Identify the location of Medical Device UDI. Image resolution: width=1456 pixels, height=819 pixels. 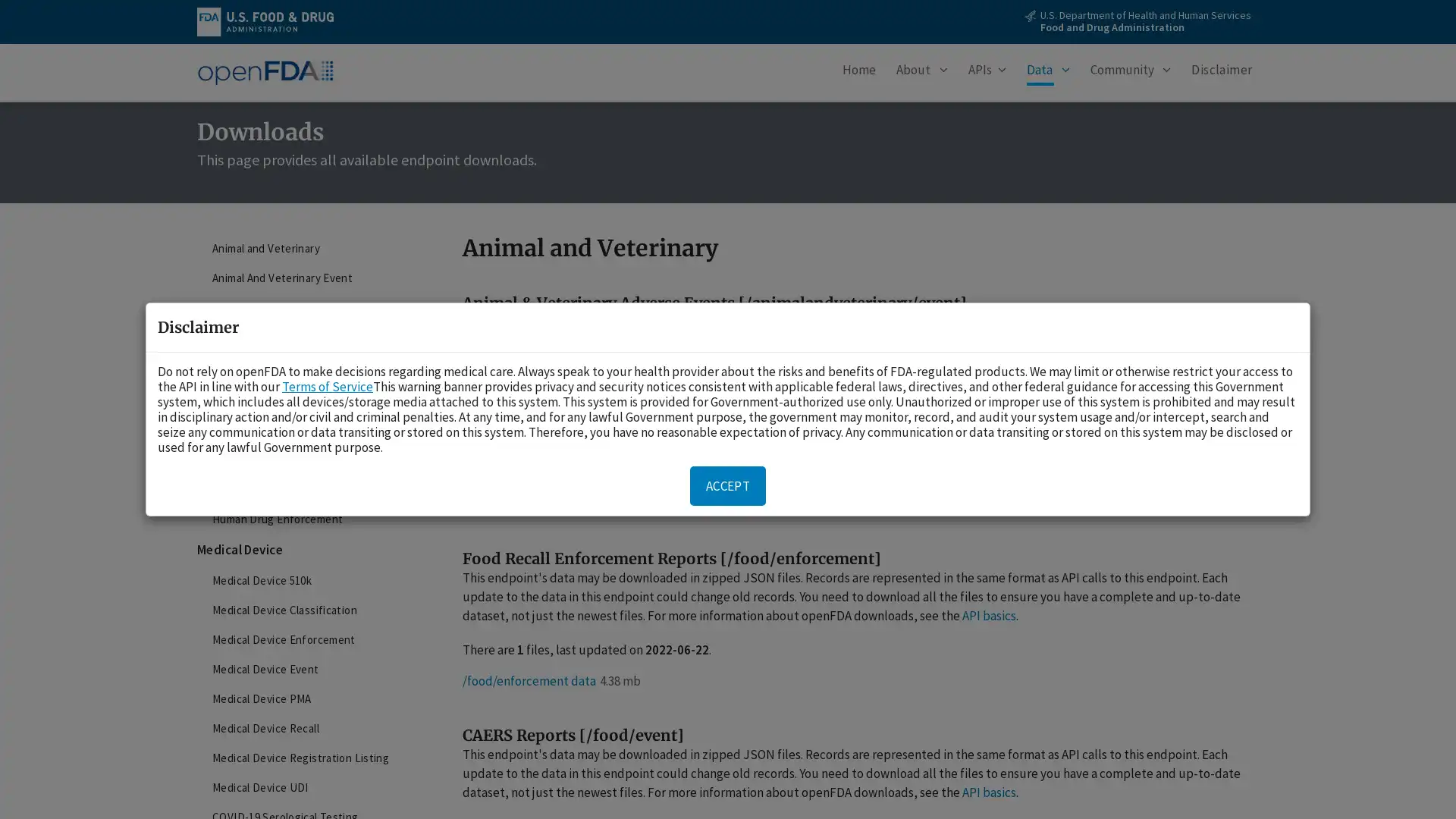
(309, 786).